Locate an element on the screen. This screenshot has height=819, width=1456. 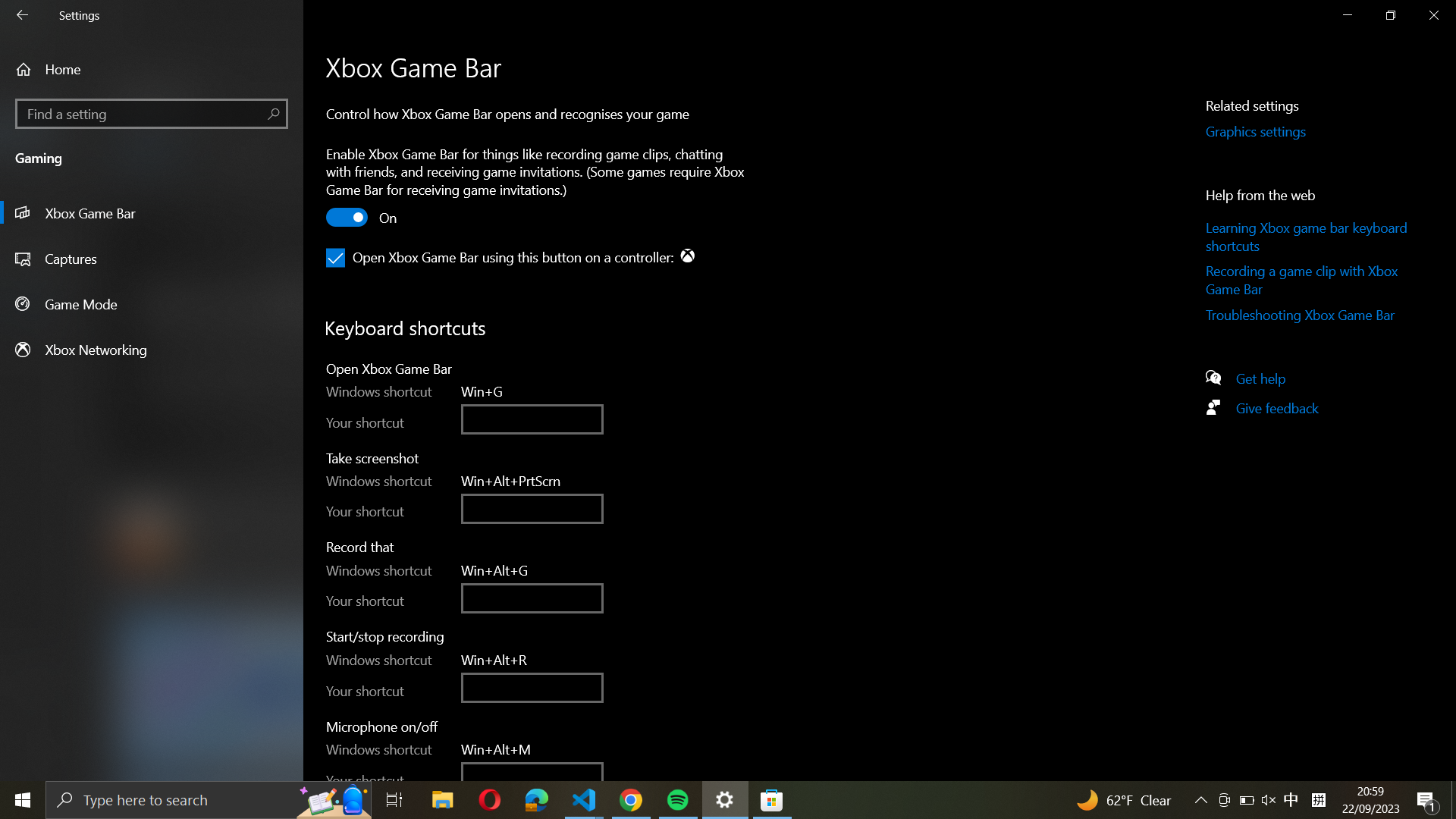
the Troubleshooting option under Xbox Game Bar is located at coordinates (1309, 317).